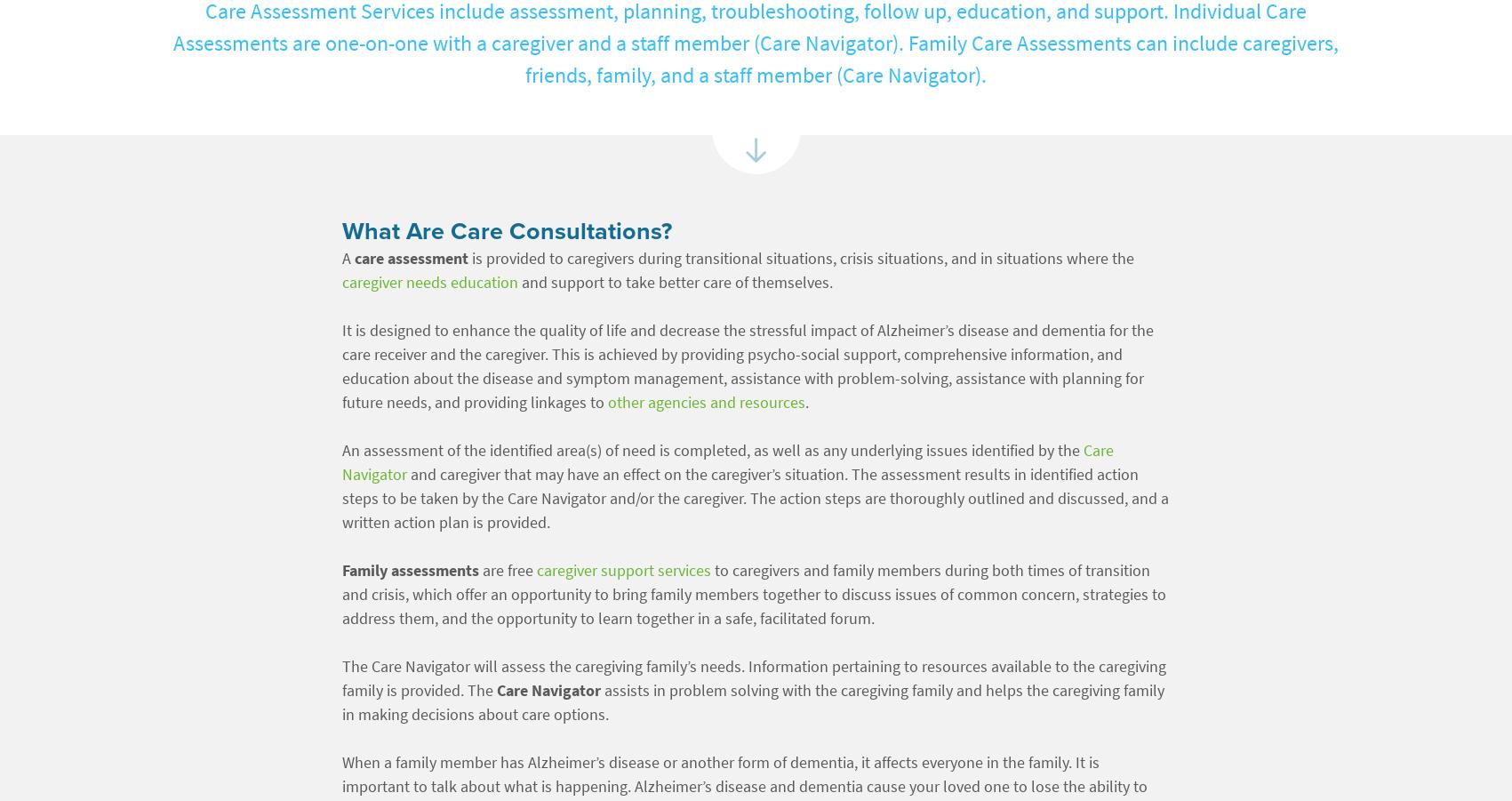  Describe the element at coordinates (408, 570) in the screenshot. I see `'Family assessments'` at that location.